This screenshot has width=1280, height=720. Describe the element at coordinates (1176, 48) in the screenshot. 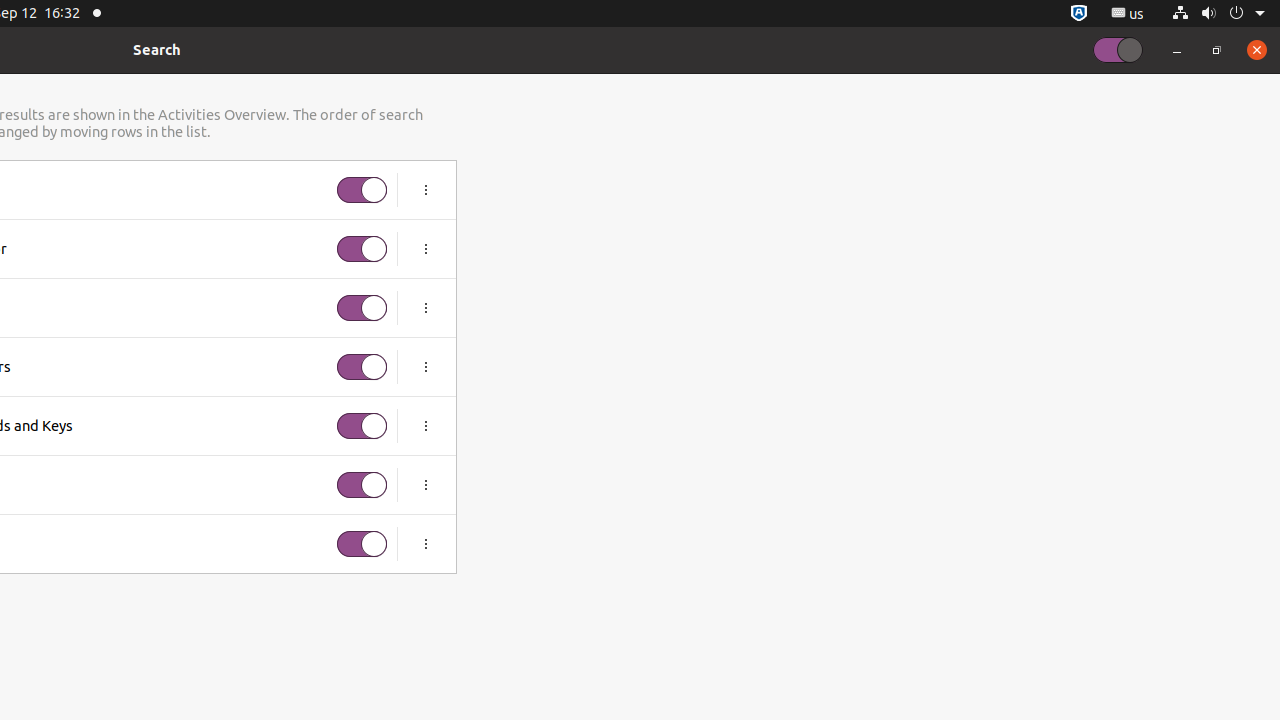

I see `'Minimize'` at that location.